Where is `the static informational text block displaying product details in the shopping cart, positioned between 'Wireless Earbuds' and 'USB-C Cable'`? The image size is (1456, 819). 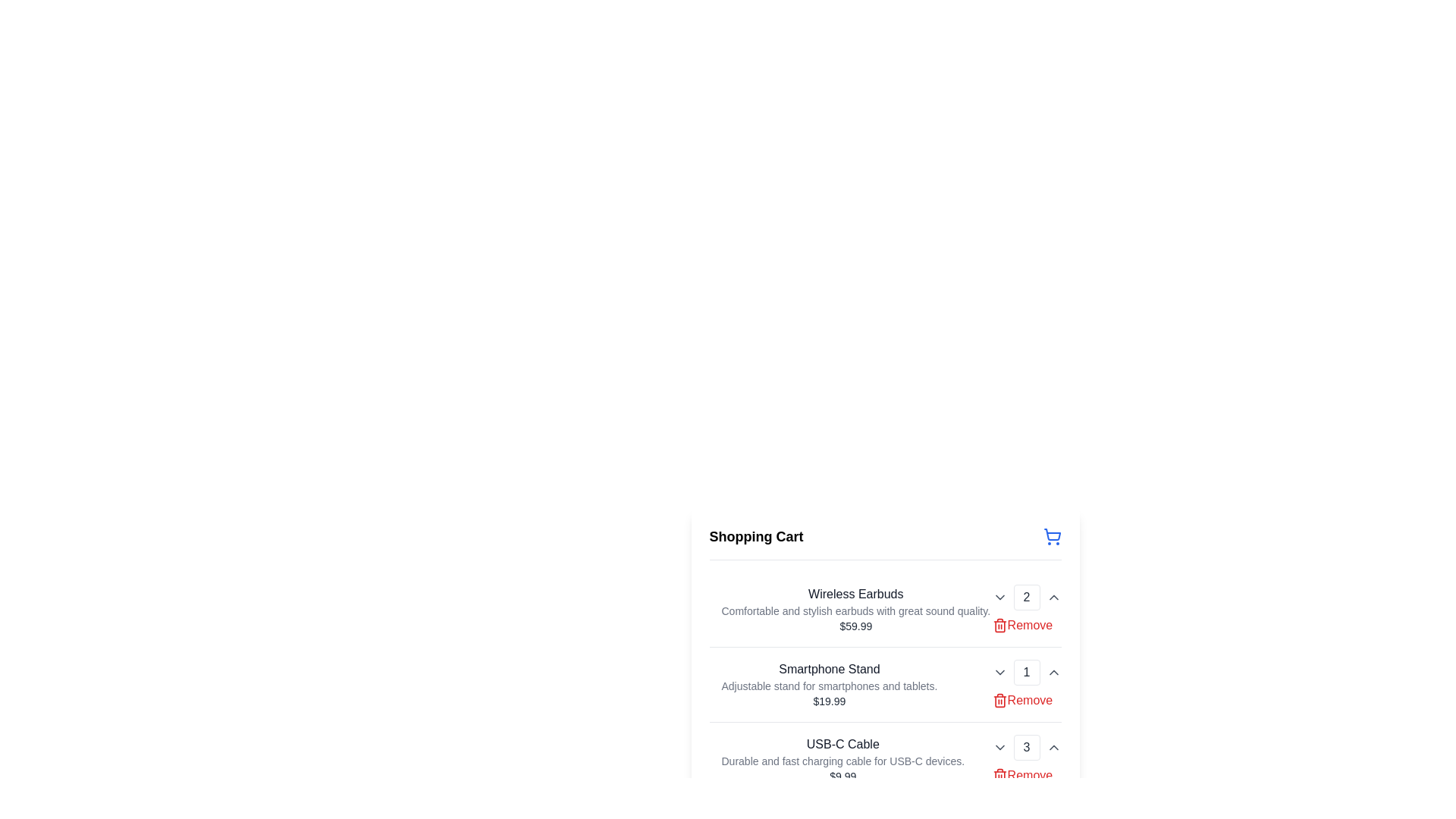 the static informational text block displaying product details in the shopping cart, positioned between 'Wireless Earbuds' and 'USB-C Cable' is located at coordinates (829, 684).